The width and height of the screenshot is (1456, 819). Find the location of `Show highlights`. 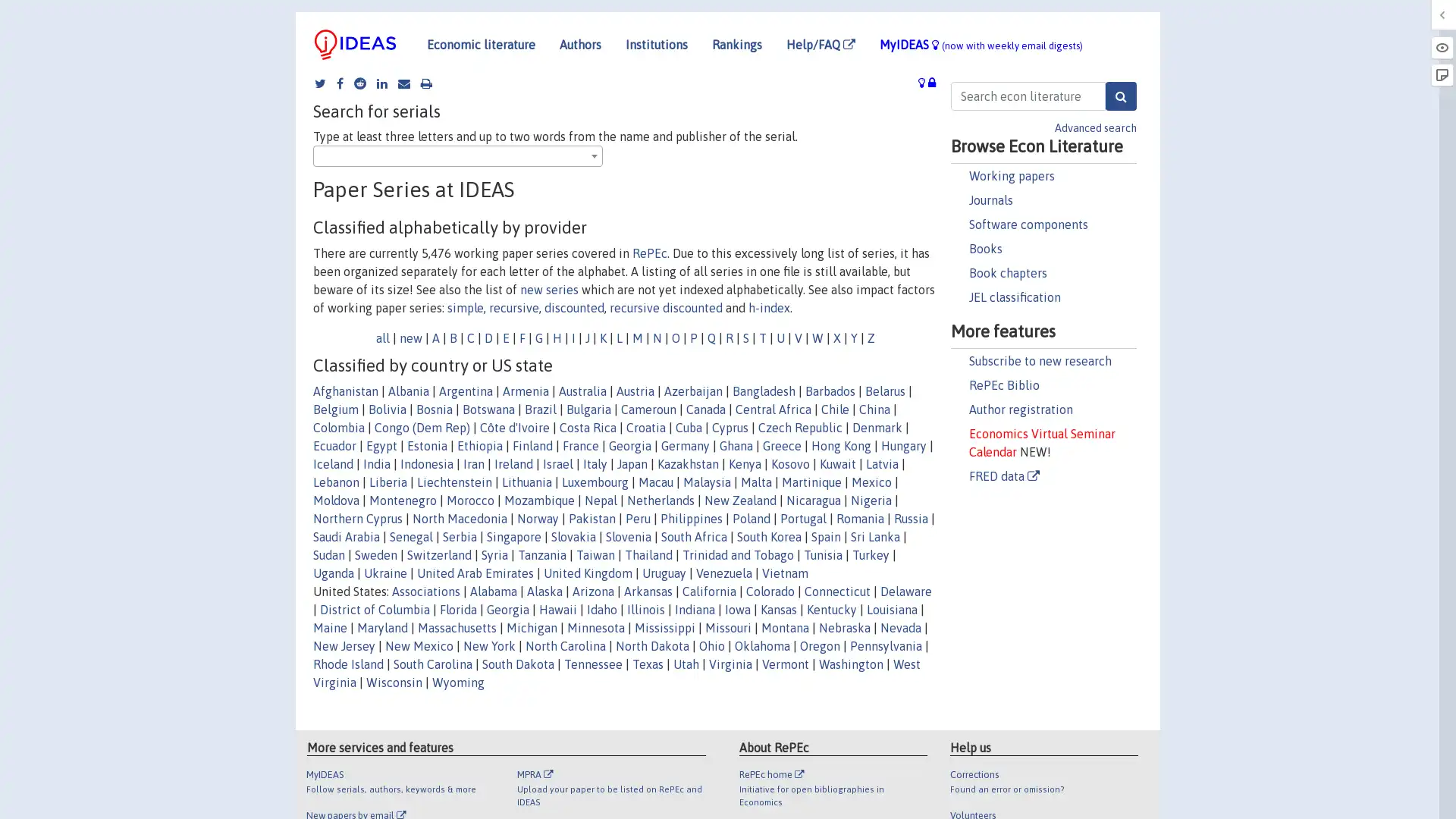

Show highlights is located at coordinates (1441, 46).